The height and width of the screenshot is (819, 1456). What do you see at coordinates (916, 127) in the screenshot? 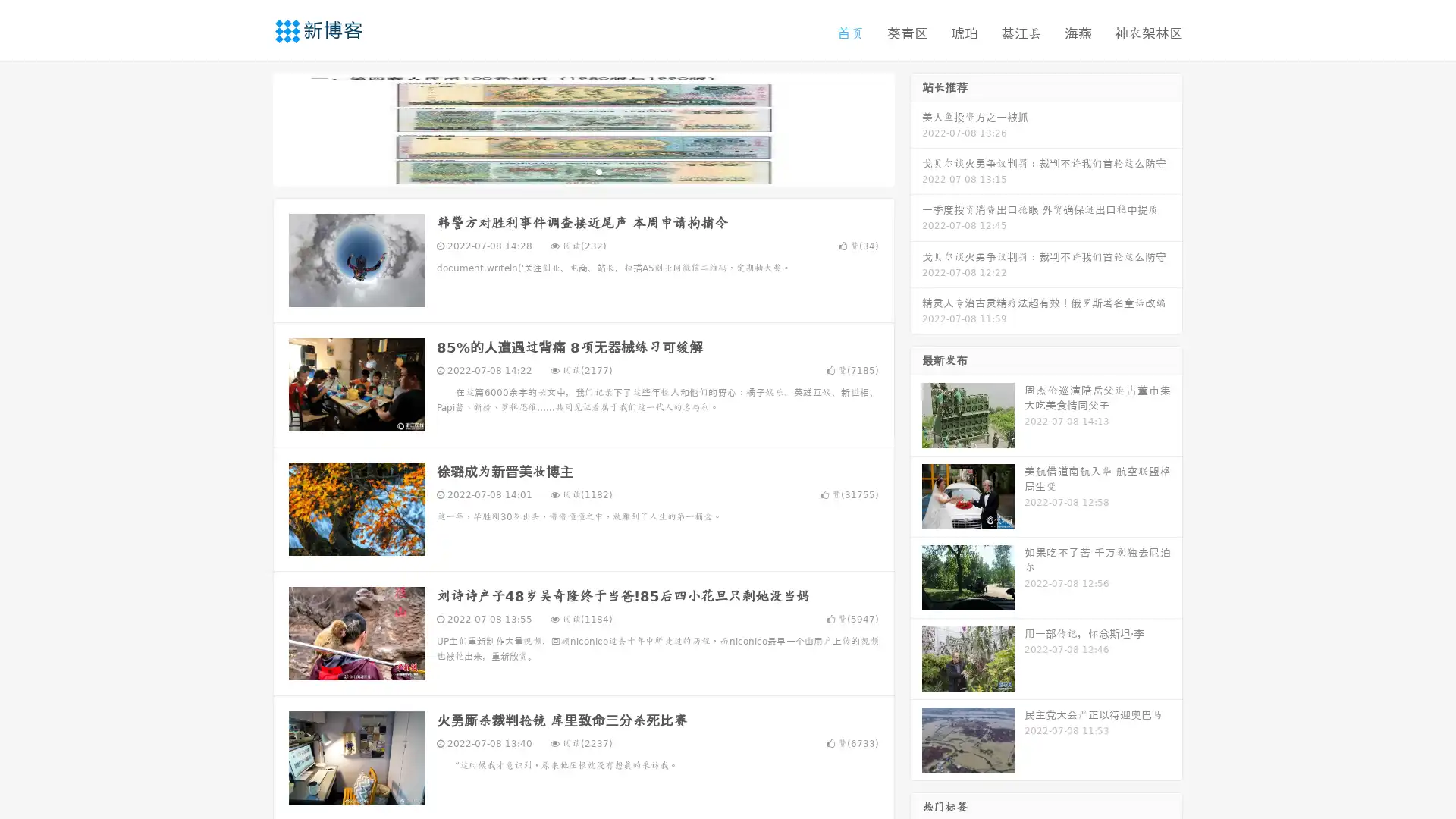
I see `Next slide` at bounding box center [916, 127].